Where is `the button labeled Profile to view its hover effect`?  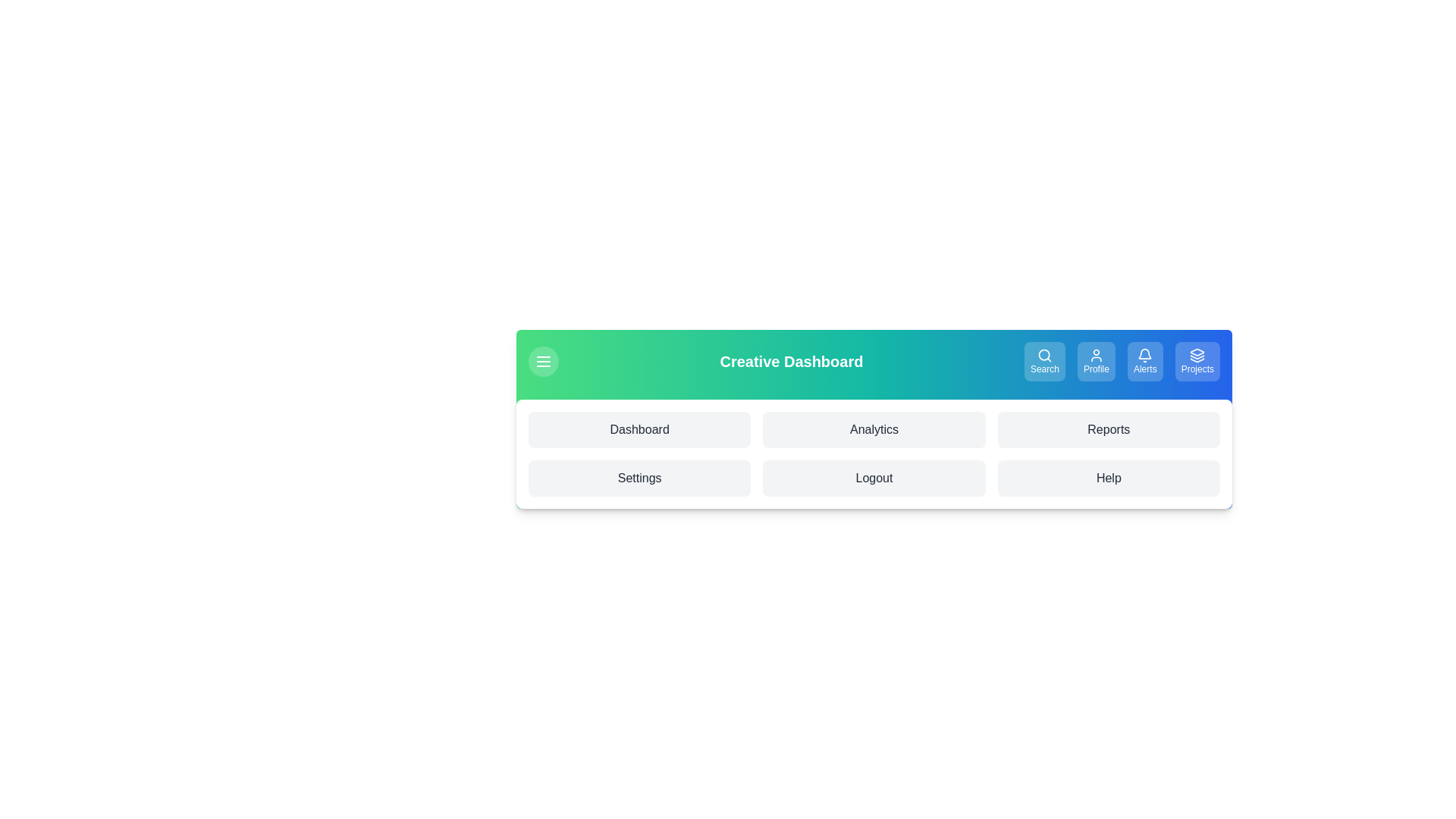 the button labeled Profile to view its hover effect is located at coordinates (1096, 362).